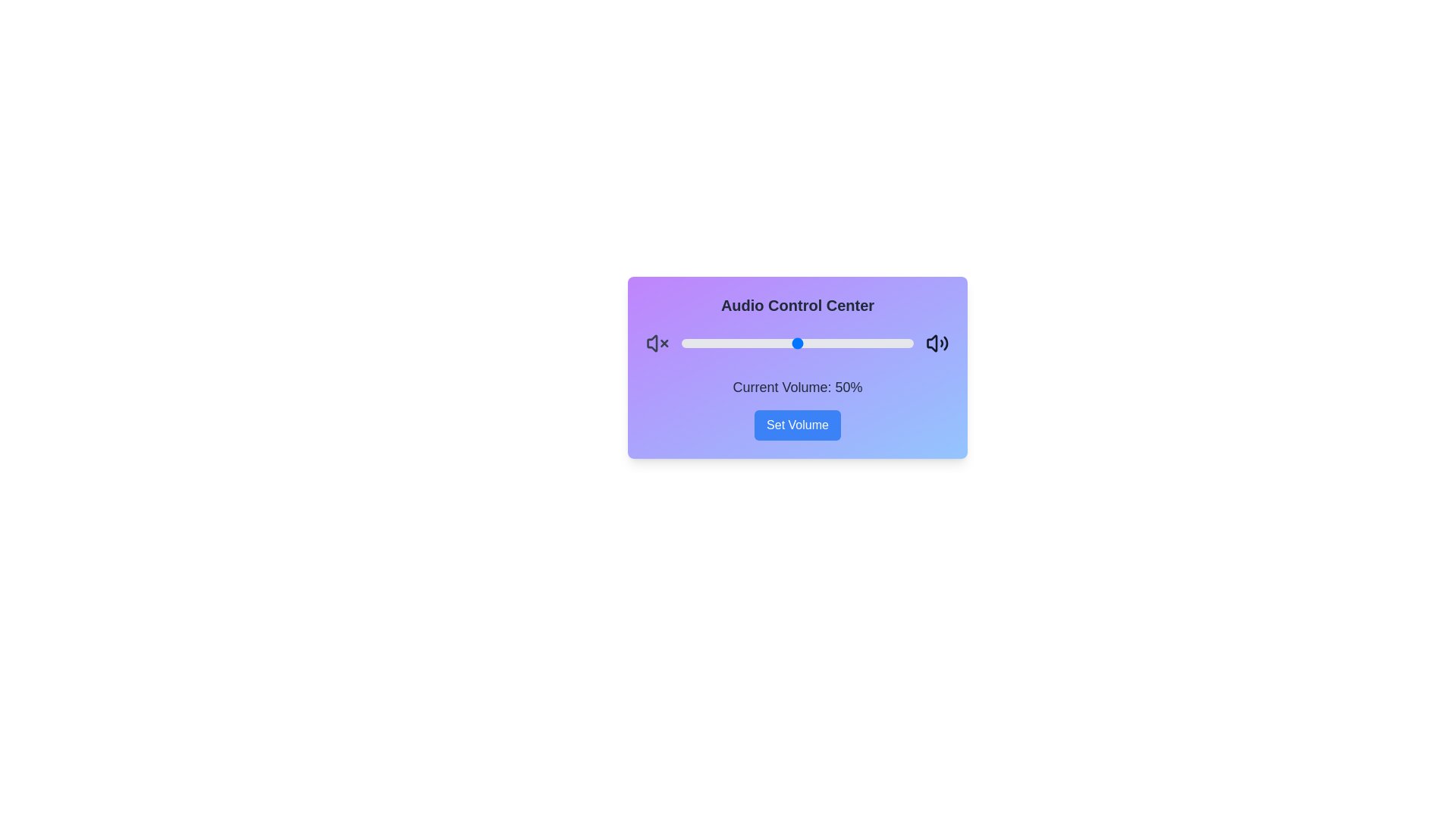  What do you see at coordinates (728, 343) in the screenshot?
I see `the volume slider to set the volume to 20%` at bounding box center [728, 343].